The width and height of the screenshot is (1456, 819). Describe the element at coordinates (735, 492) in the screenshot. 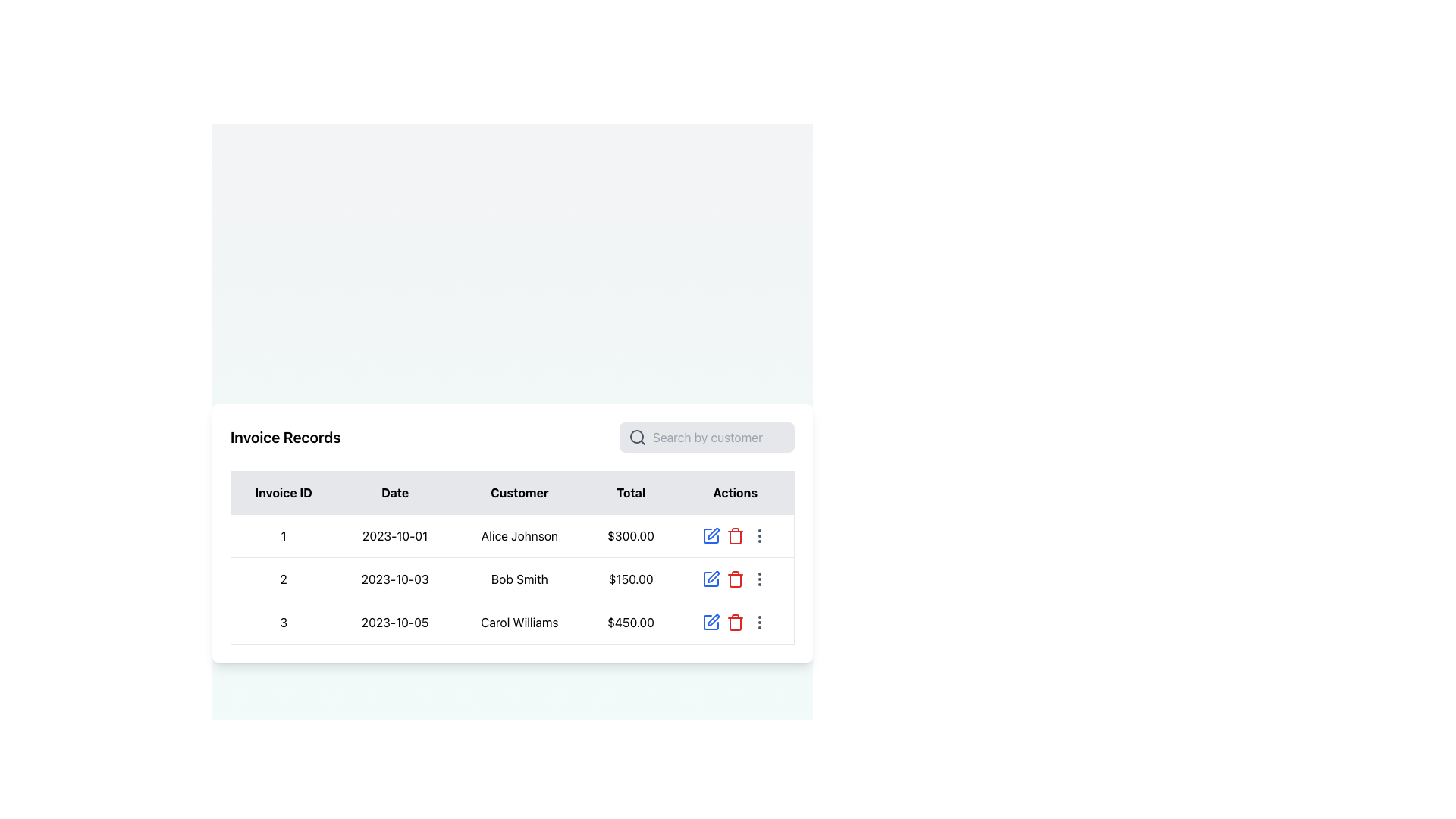

I see `the table header labeled 'Actions', which is the fifth and last column header in the table, positioned to the immediate right of the 'Total' column` at that location.